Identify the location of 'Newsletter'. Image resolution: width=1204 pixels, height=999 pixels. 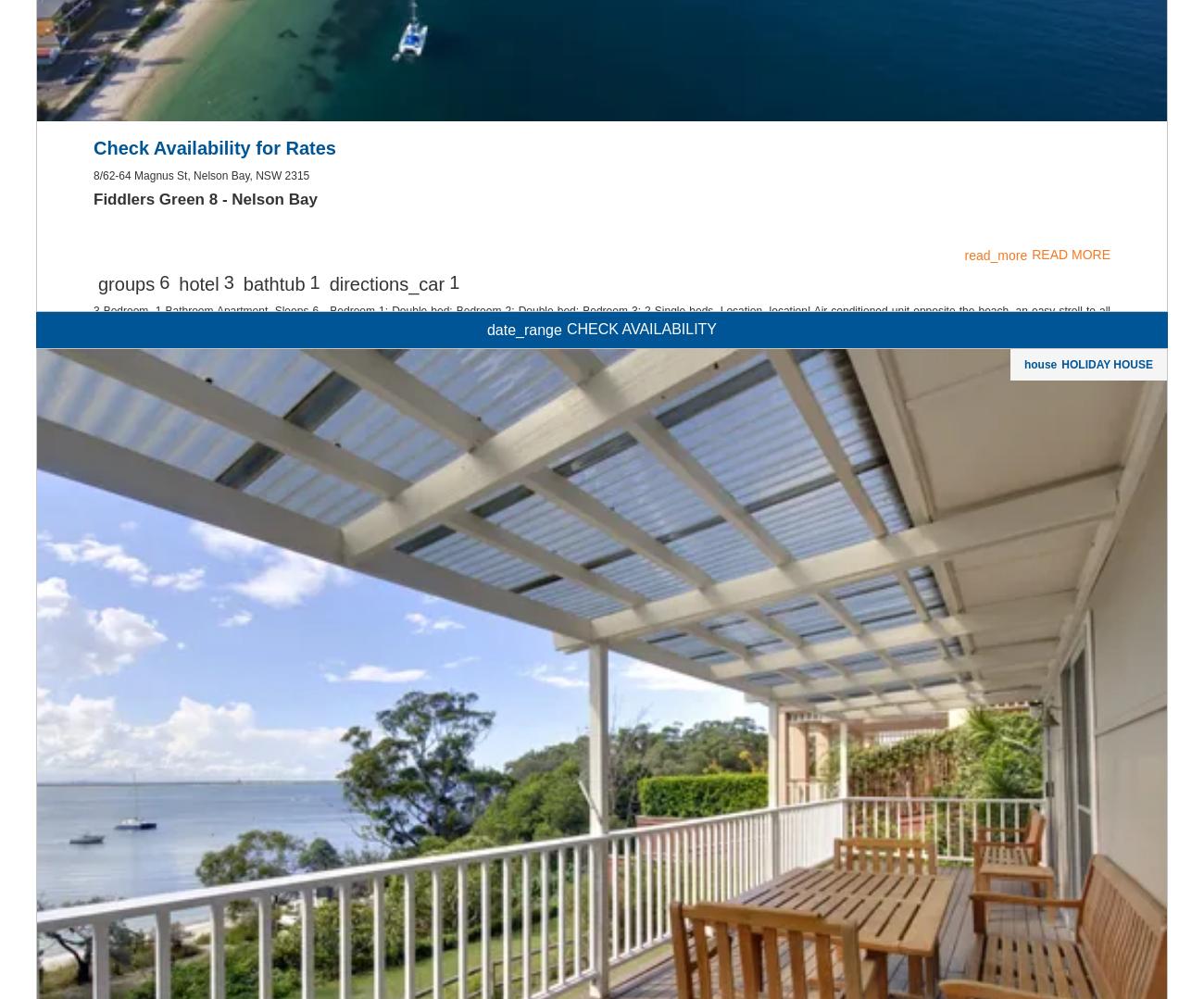
(601, 341).